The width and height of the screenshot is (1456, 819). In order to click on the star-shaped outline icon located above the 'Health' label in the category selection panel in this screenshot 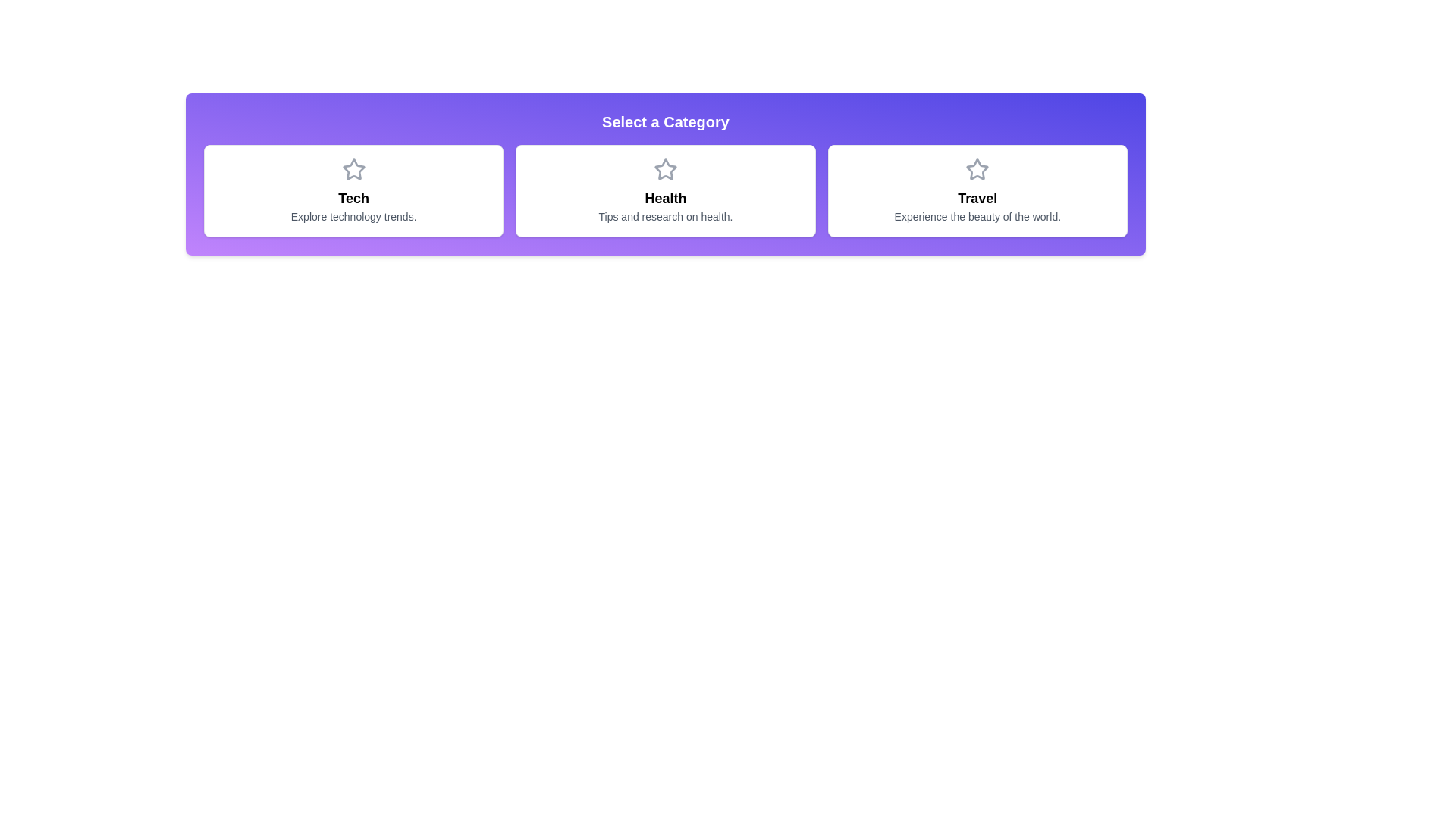, I will do `click(666, 169)`.